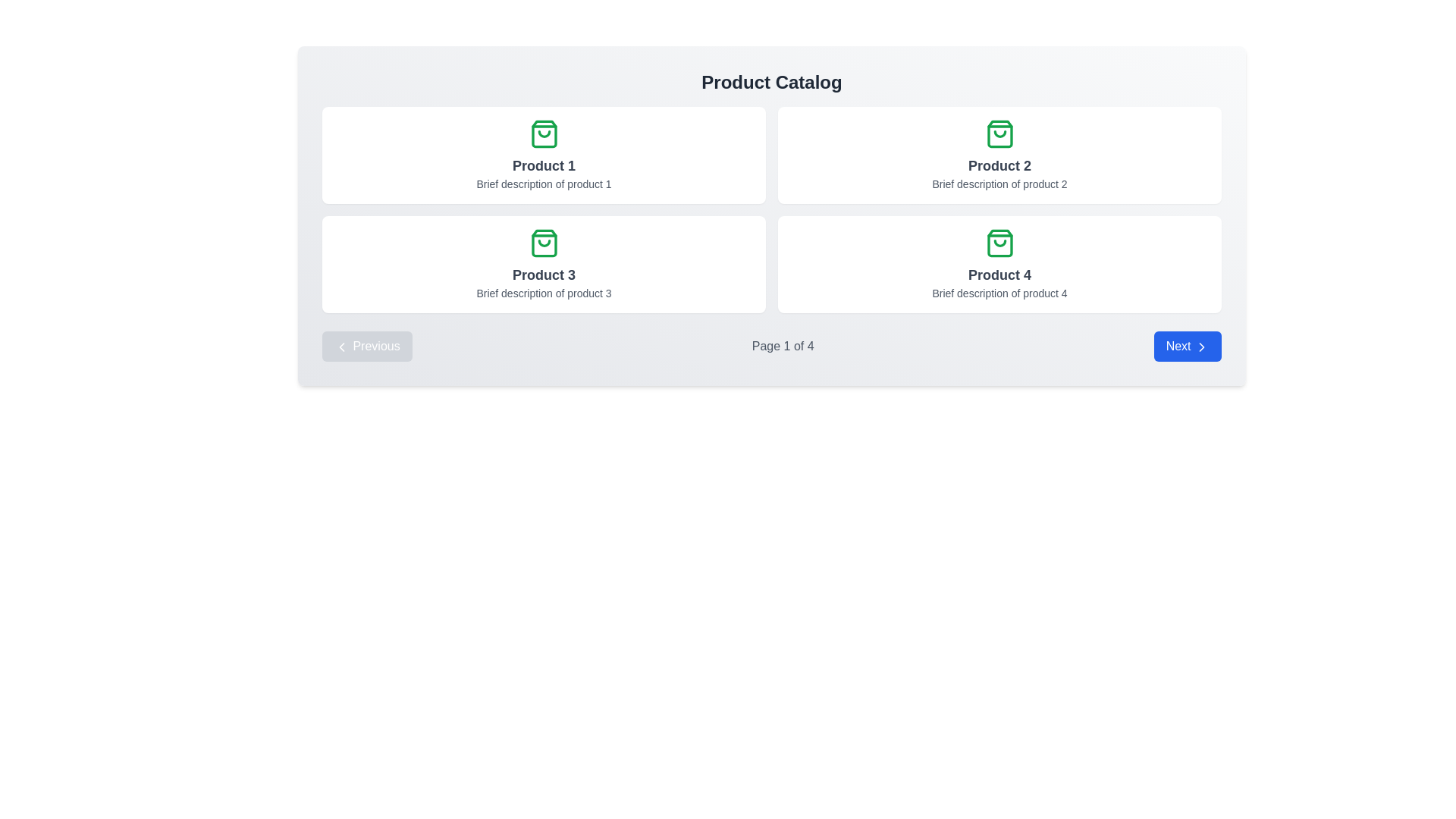 Image resolution: width=1456 pixels, height=819 pixels. What do you see at coordinates (1200, 346) in the screenshot?
I see `the icon located at the center-right of the blue 'Next' button, which serves as a visual indicator for proceeding to the next item or page` at bounding box center [1200, 346].